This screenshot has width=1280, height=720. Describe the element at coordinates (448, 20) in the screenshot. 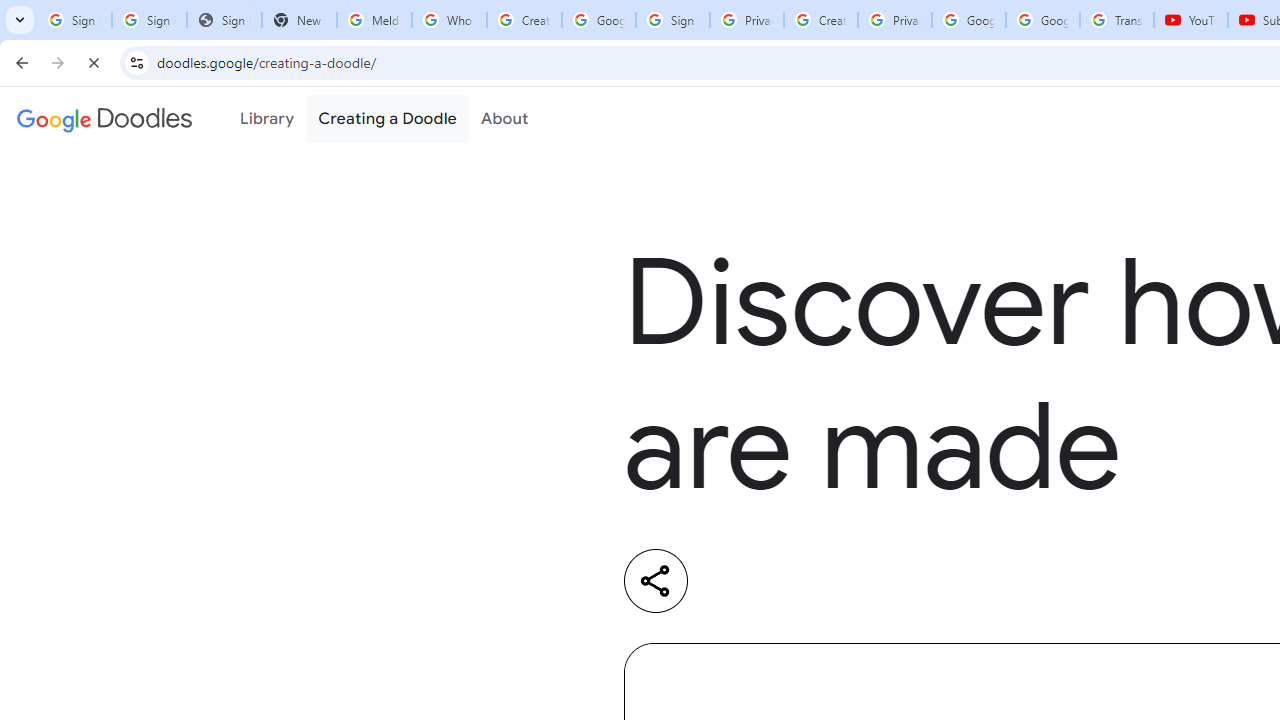

I see `'Who is my administrator? - Google Account Help'` at that location.